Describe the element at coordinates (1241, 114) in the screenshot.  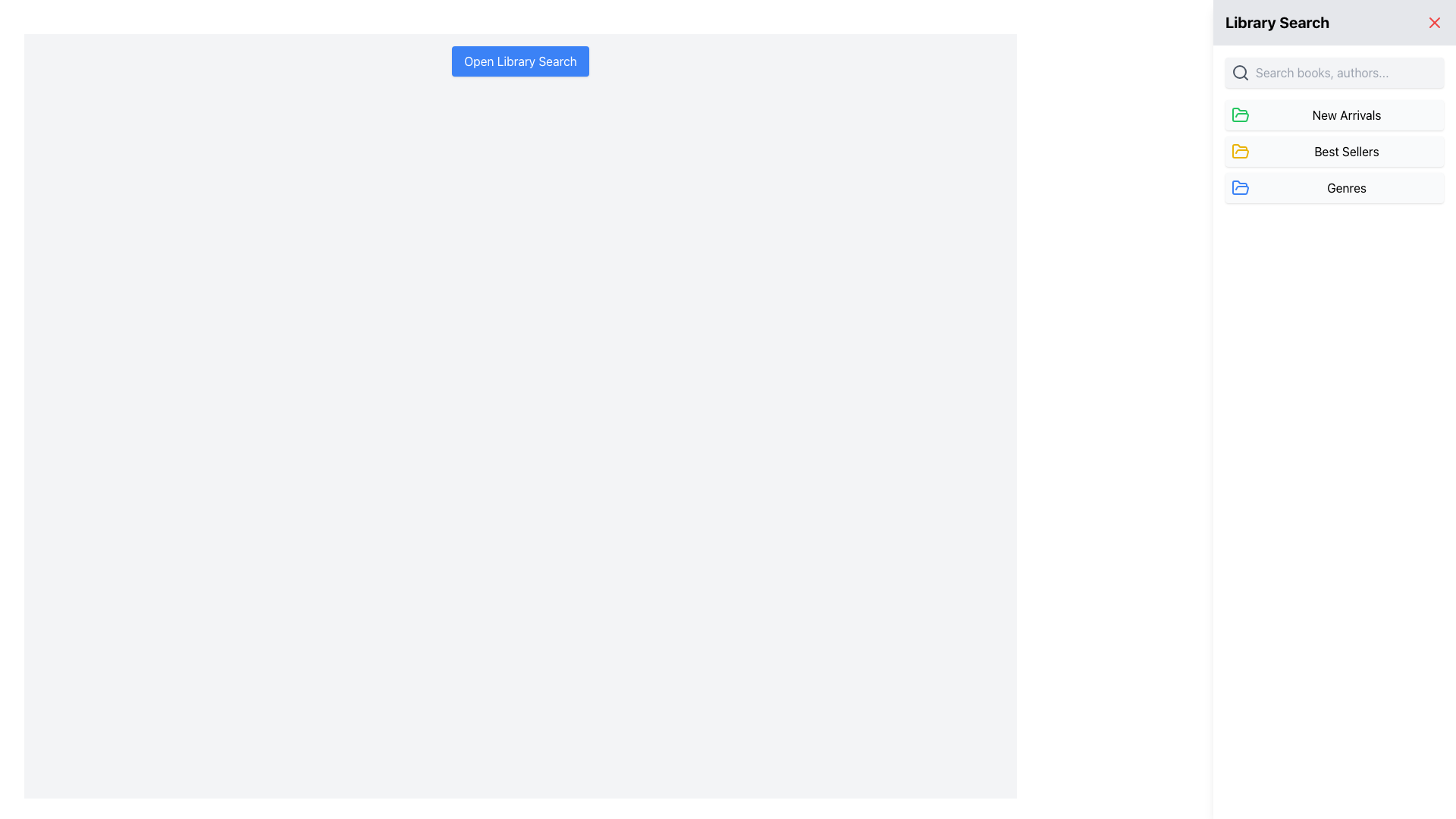
I see `the folder icon representing the 'New Arrivals' category in the library's interface` at that location.